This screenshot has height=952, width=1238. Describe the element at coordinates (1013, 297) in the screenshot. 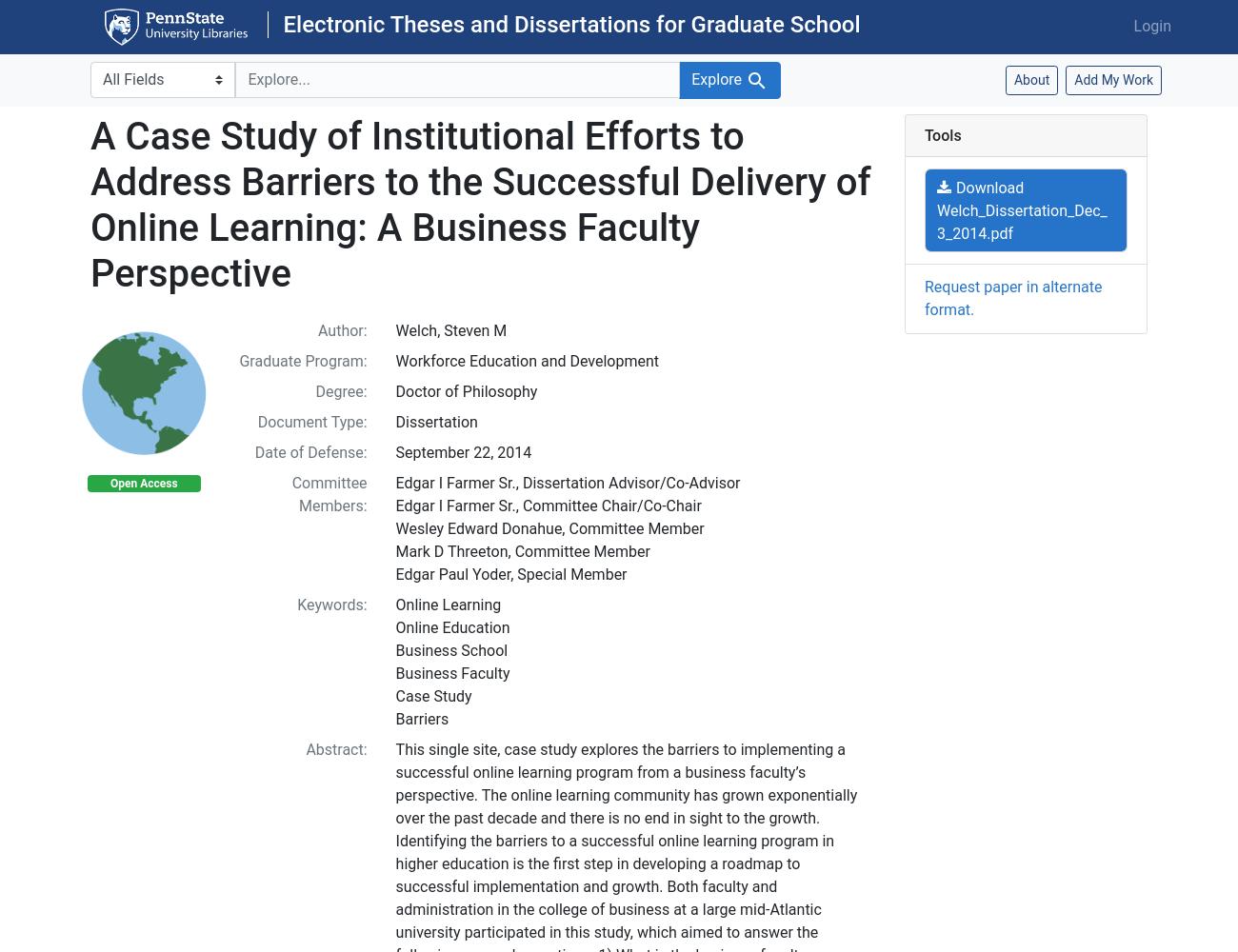

I see `'Request paper in alternate format.'` at that location.